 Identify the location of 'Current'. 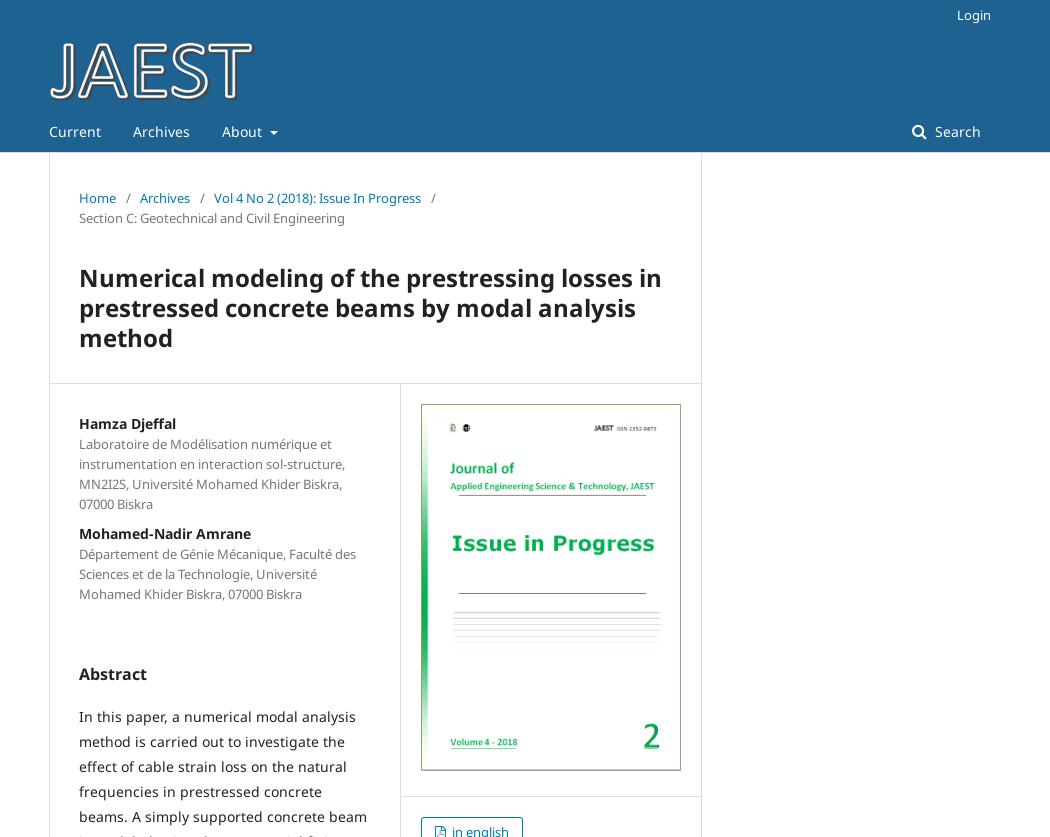
(73, 131).